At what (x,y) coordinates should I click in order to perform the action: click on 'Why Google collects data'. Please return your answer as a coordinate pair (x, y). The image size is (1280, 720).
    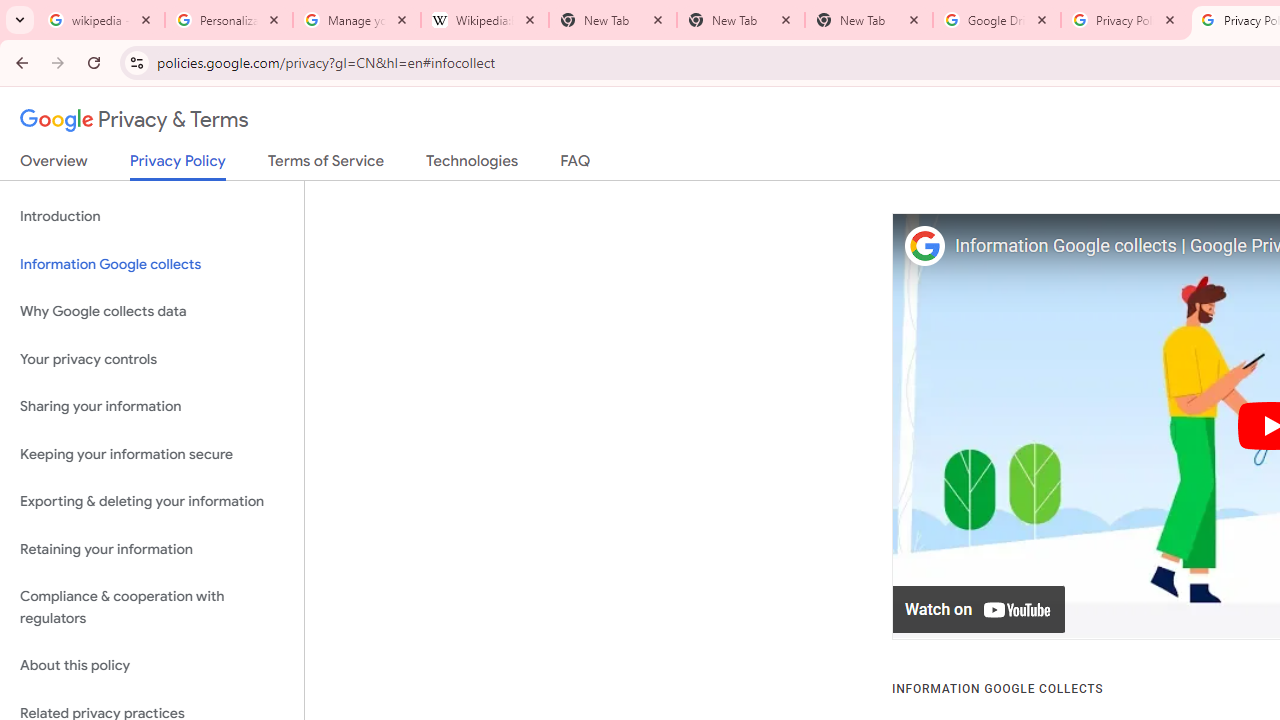
    Looking at the image, I should click on (151, 312).